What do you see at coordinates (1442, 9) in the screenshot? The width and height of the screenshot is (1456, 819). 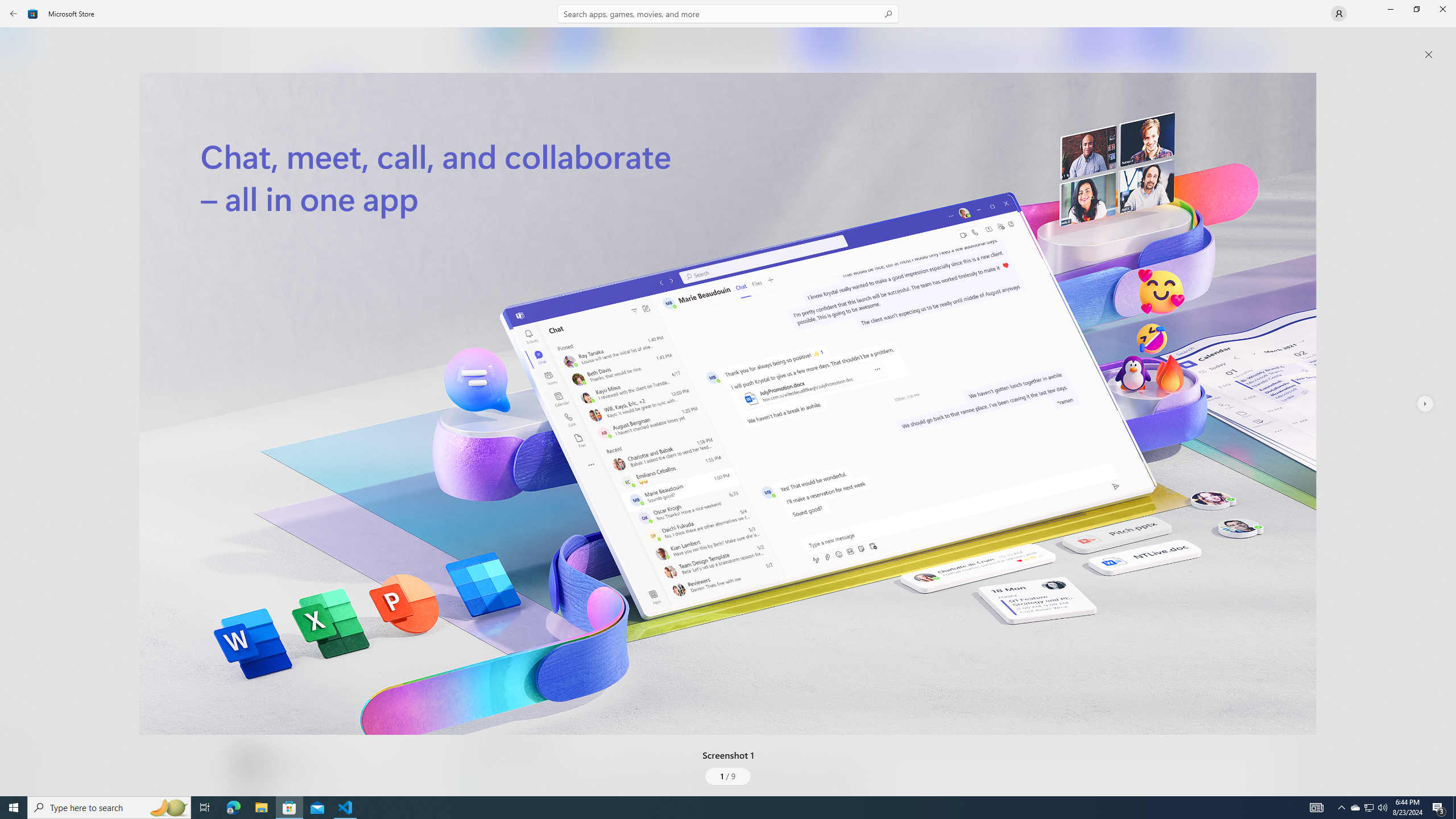 I see `'Close Microsoft Store'` at bounding box center [1442, 9].